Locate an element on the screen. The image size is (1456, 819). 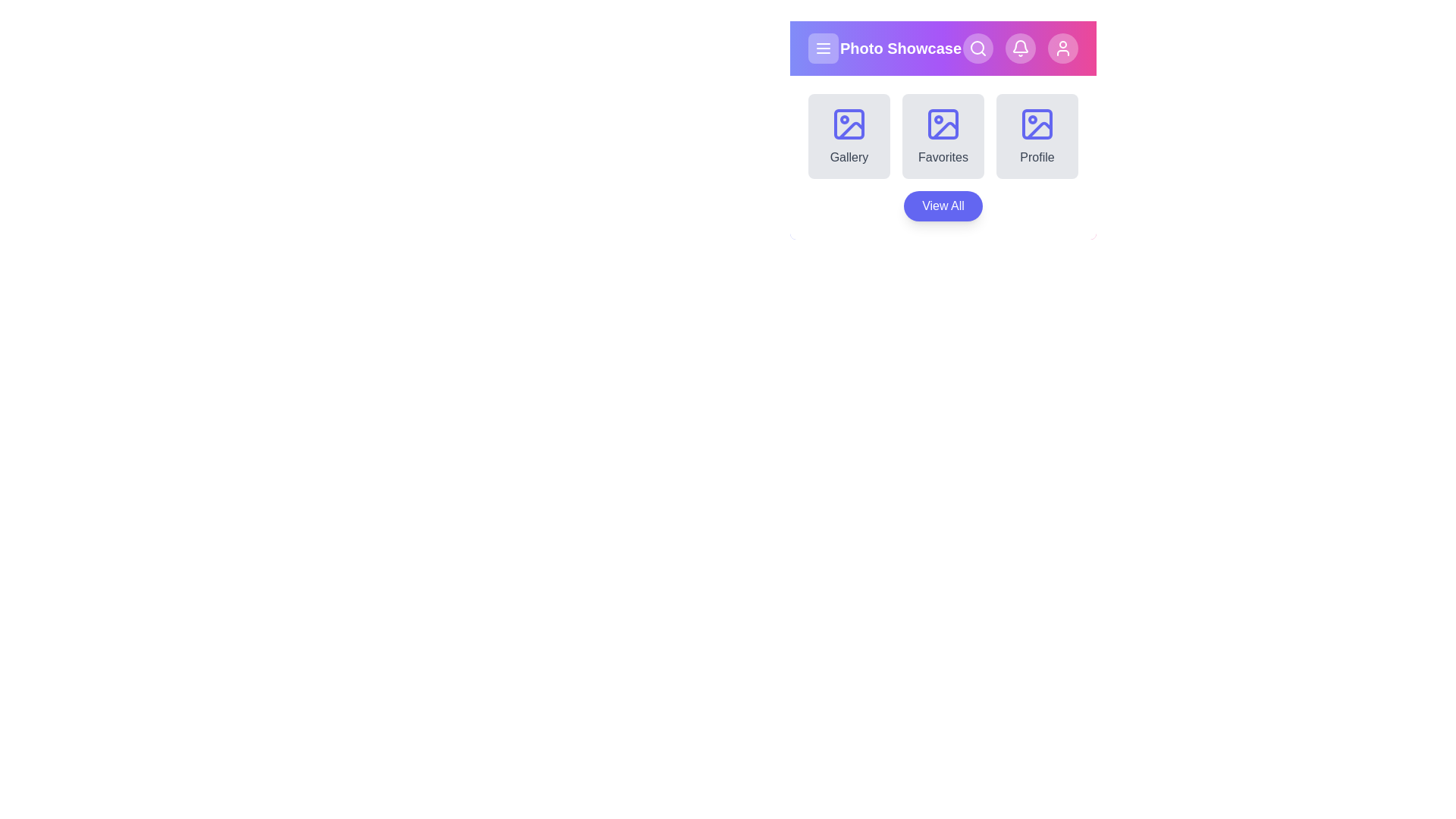
the Profile section from the available options is located at coordinates (1037, 136).